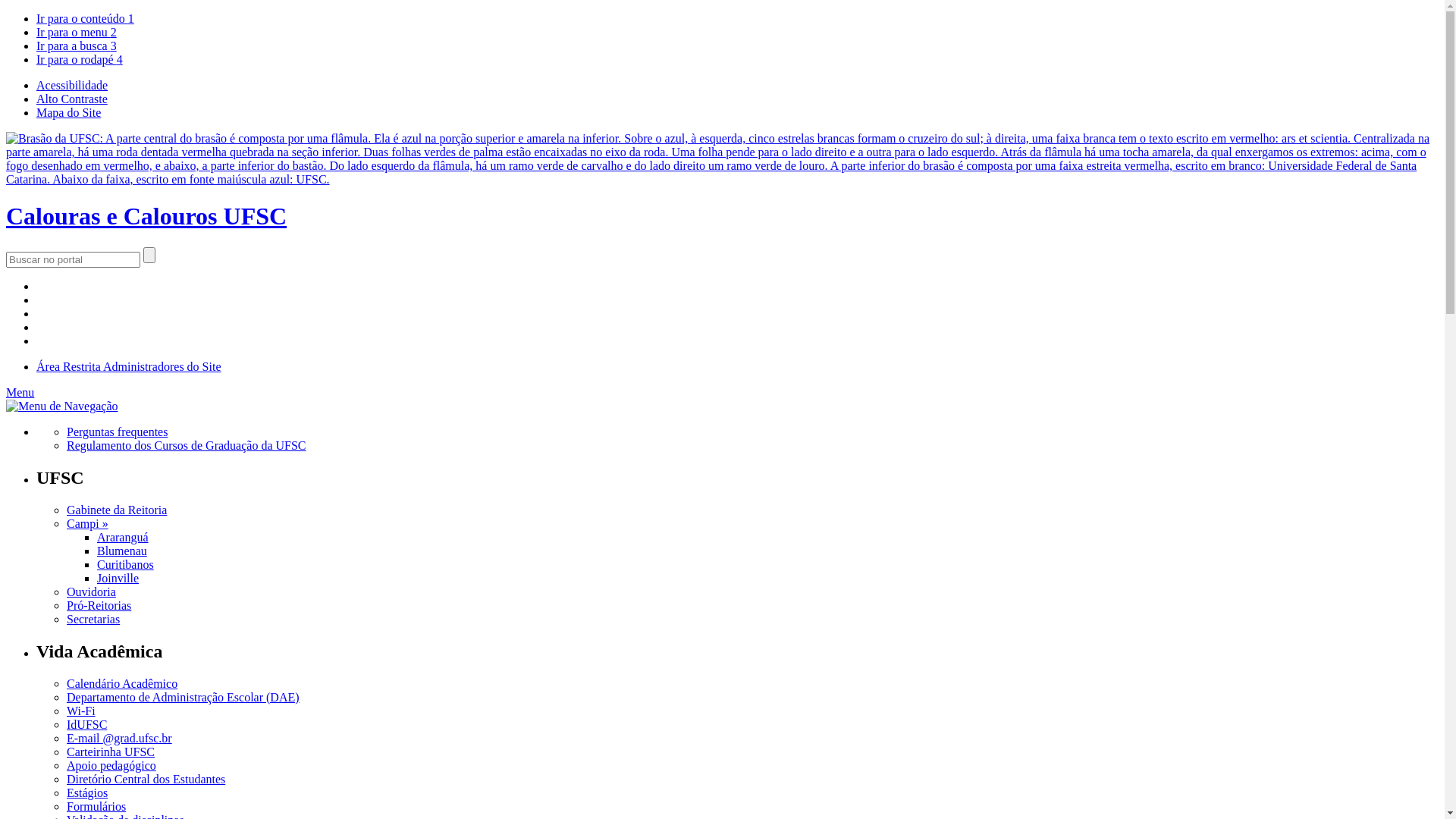 Image resolution: width=1456 pixels, height=819 pixels. Describe the element at coordinates (75, 32) in the screenshot. I see `'Ir para o menu 2'` at that location.